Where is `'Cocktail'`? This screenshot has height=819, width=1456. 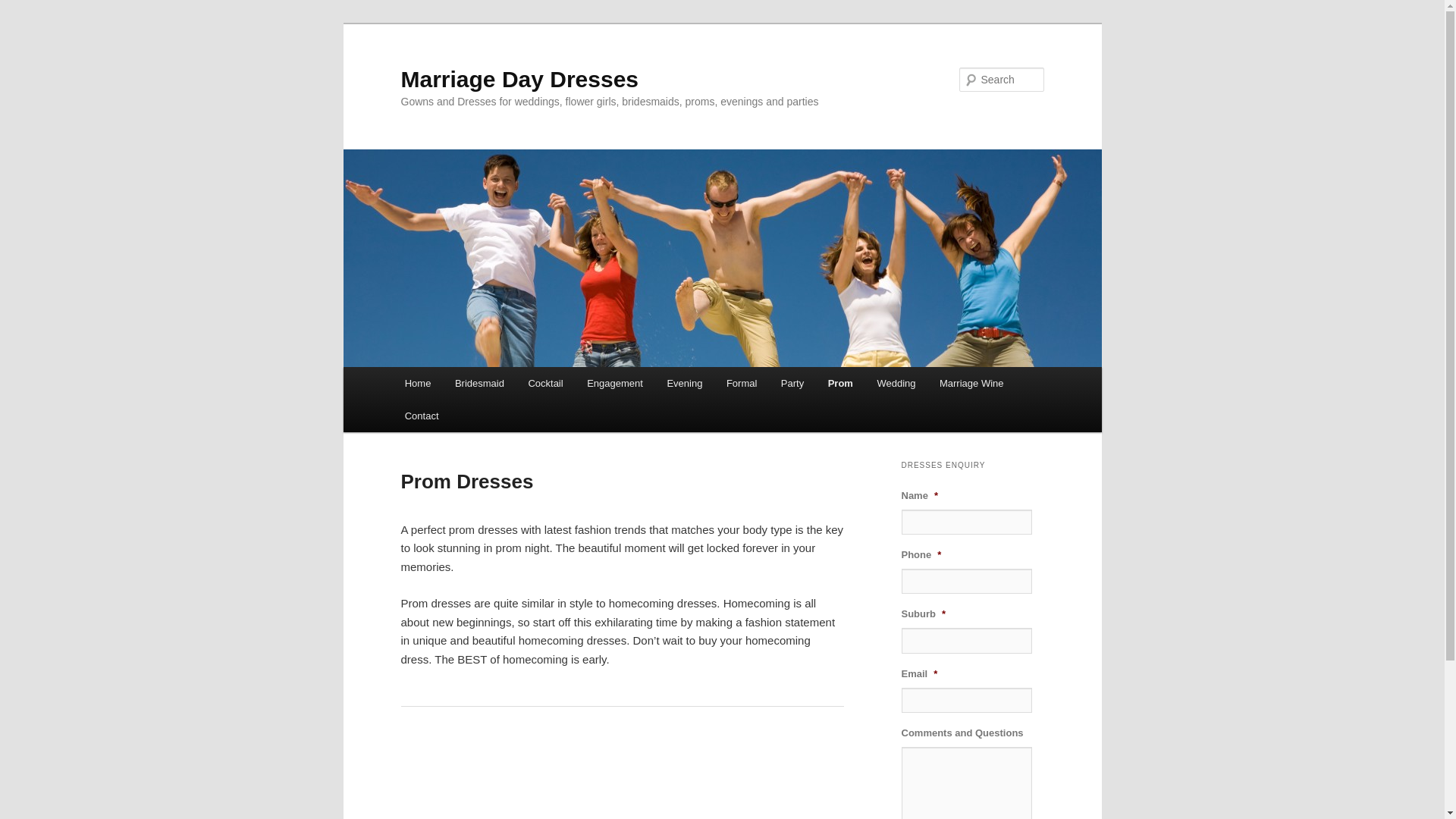
'Cocktail' is located at coordinates (546, 382).